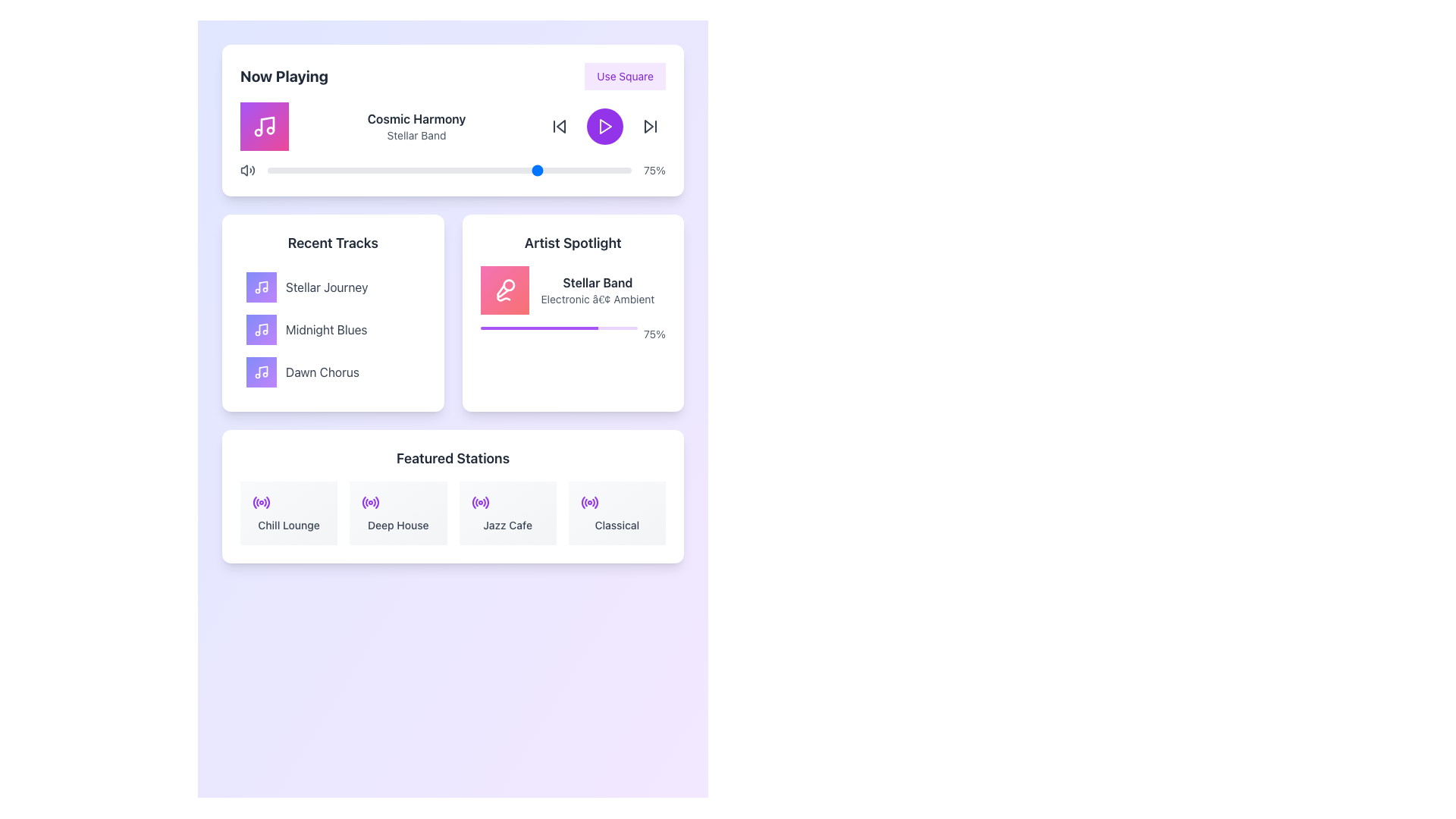 This screenshot has height=819, width=1456. Describe the element at coordinates (572, 333) in the screenshot. I see `the progress bar displaying '75%' in the 'Artist Spotlight' section underneath 'Stellar Band' and 'Electronic Ambient'` at that location.